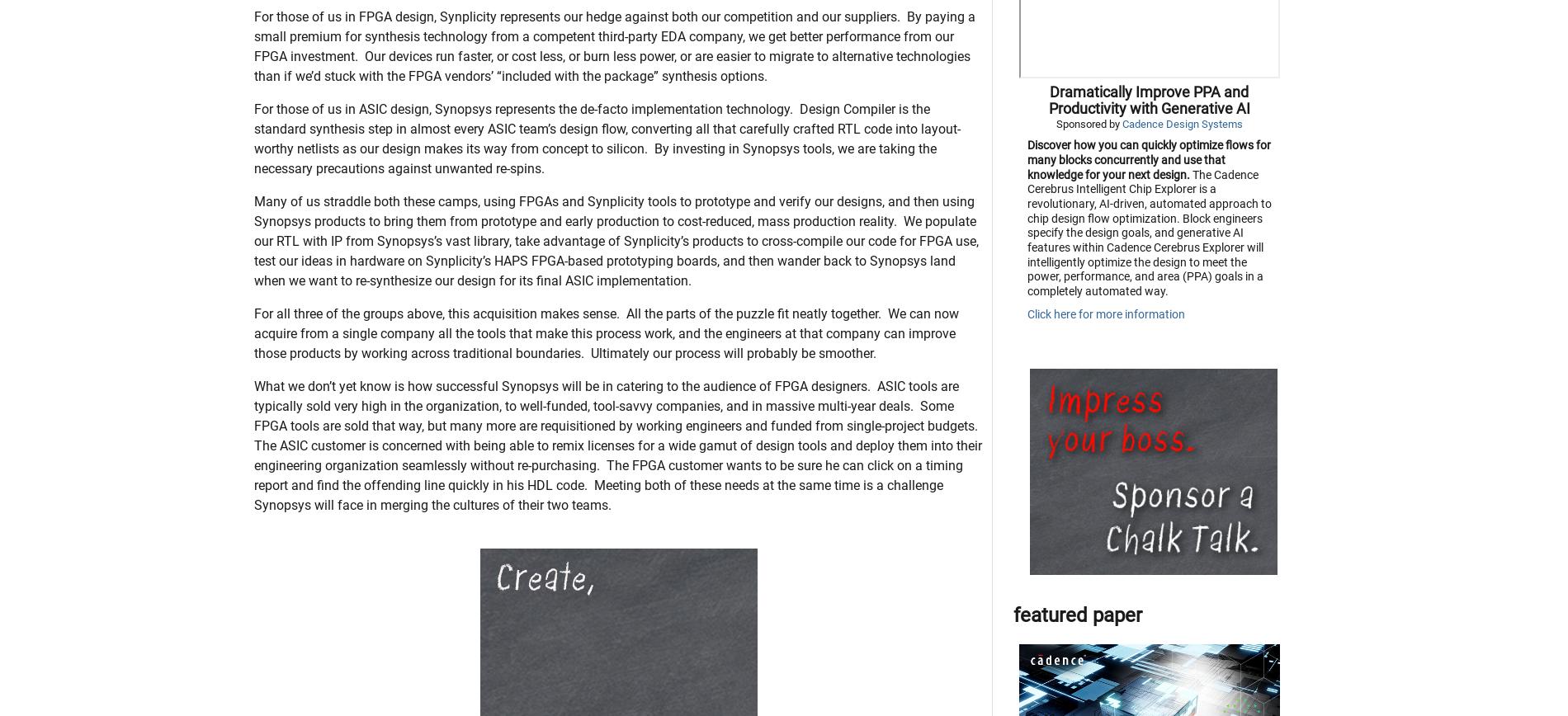 The image size is (1568, 716). What do you see at coordinates (614, 323) in the screenshot?
I see `'Many of us straddle both these camps, using FPGAs and Synplicity tools to prototype and verify our designs, and then using Synopsys products to bring them from prototype and early production to cost-reduced, mass production reality.  We populate our RTL with IP from Synopsys’s vast library, take advantage of Synplicity’s products to cross-compile our code for FPGA use, test our ideas in hardware on Synplicity’s HAPS FPGA-based prototyping boards, and then wander back to Synopsys land when we want to re-synthesize our design for its final ASIC implementation.'` at bounding box center [614, 323].